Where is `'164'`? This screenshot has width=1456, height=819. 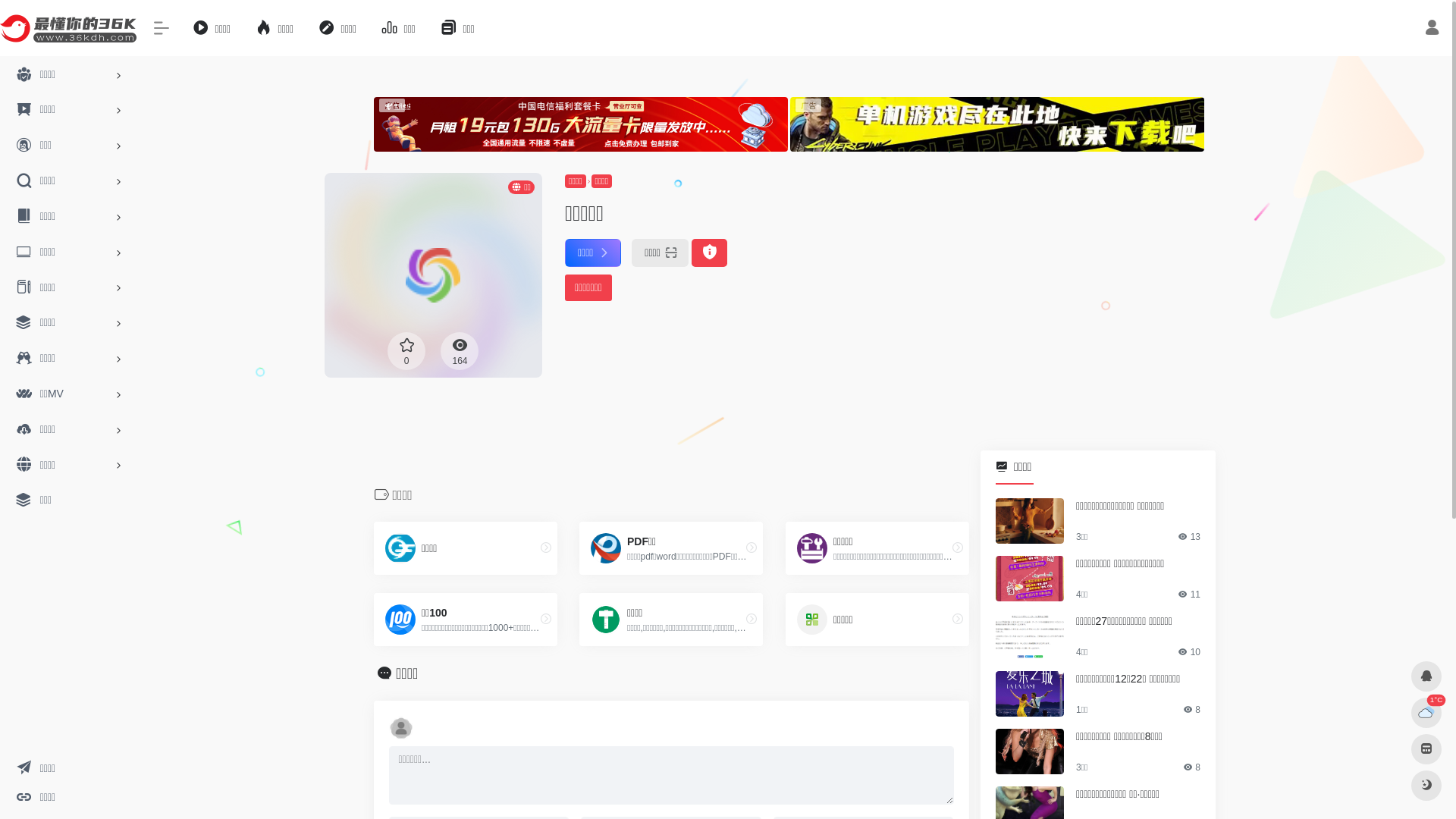 '164' is located at coordinates (458, 350).